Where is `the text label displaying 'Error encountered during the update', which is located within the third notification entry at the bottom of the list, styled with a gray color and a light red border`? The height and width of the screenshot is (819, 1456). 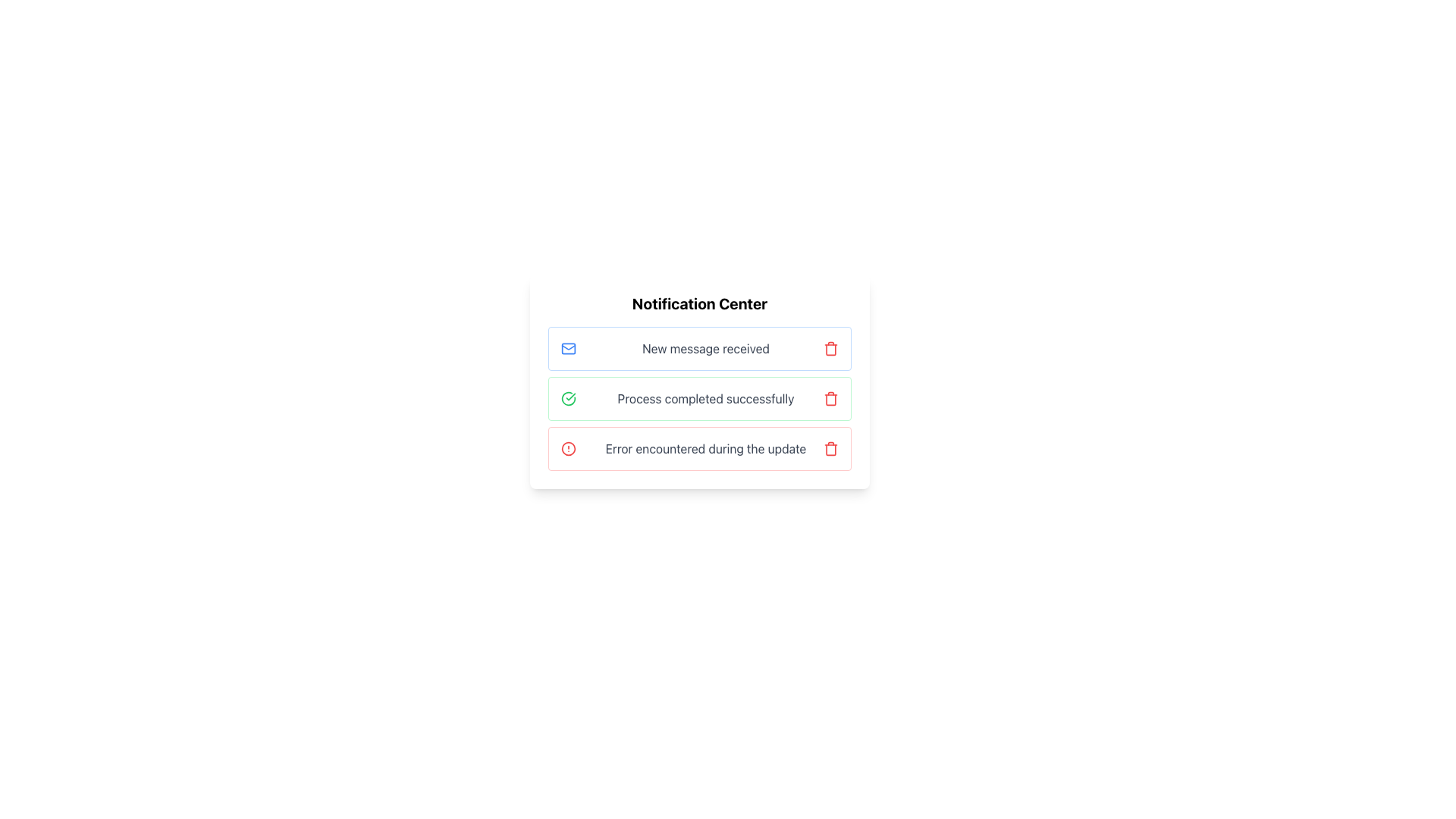
the text label displaying 'Error encountered during the update', which is located within the third notification entry at the bottom of the list, styled with a gray color and a light red border is located at coordinates (705, 447).